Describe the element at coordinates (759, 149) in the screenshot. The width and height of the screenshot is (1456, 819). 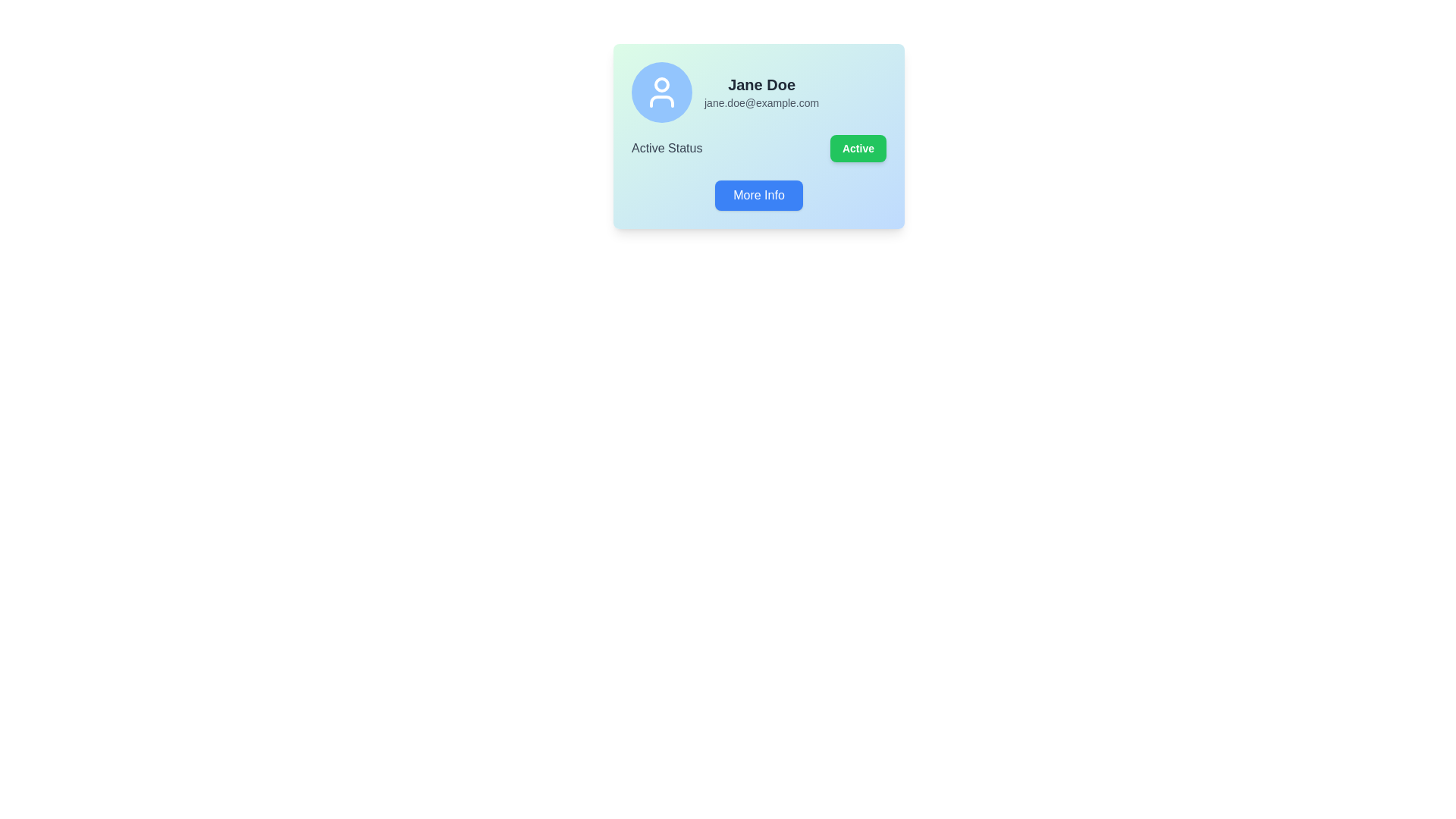
I see `the 'Active' button located within the 'Active Status' composite element` at that location.